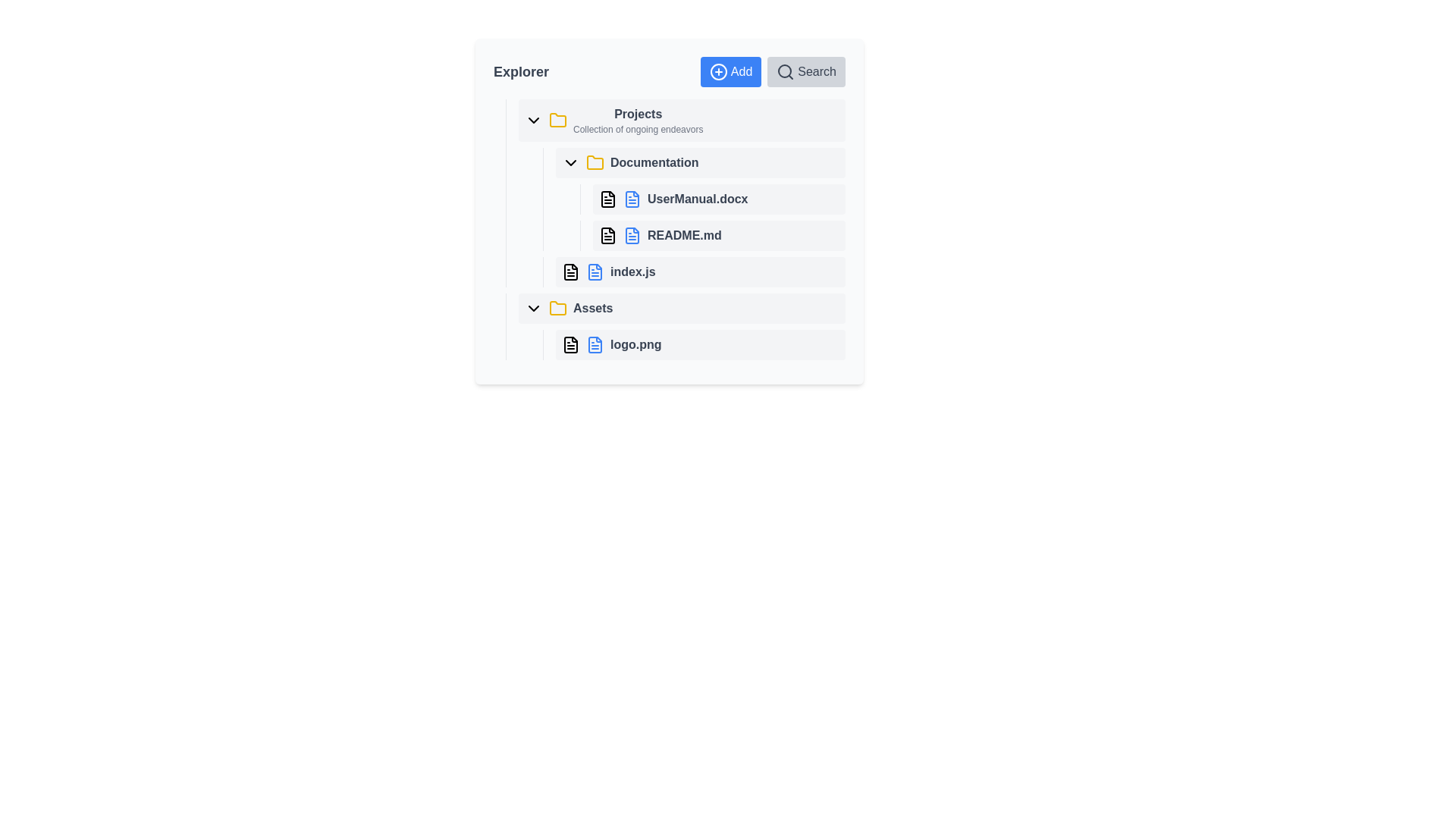 This screenshot has width=1456, height=819. Describe the element at coordinates (718, 236) in the screenshot. I see `the selectable file entry located as the second item under the 'Documentation' folder in the file explorer` at that location.